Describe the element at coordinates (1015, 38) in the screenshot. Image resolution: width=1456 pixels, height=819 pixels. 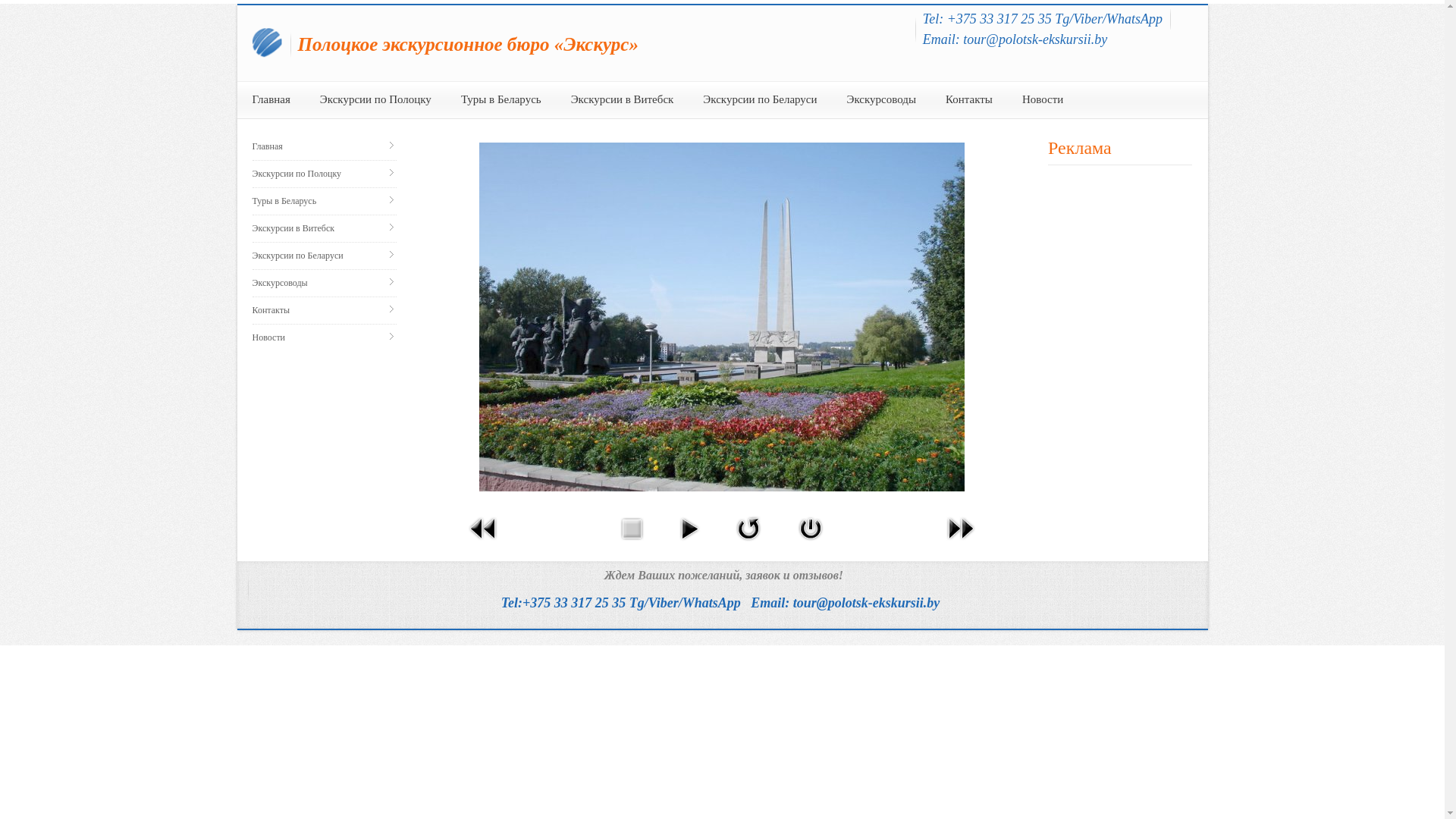
I see `'Email: tour@polotsk-ekskursii.by'` at that location.